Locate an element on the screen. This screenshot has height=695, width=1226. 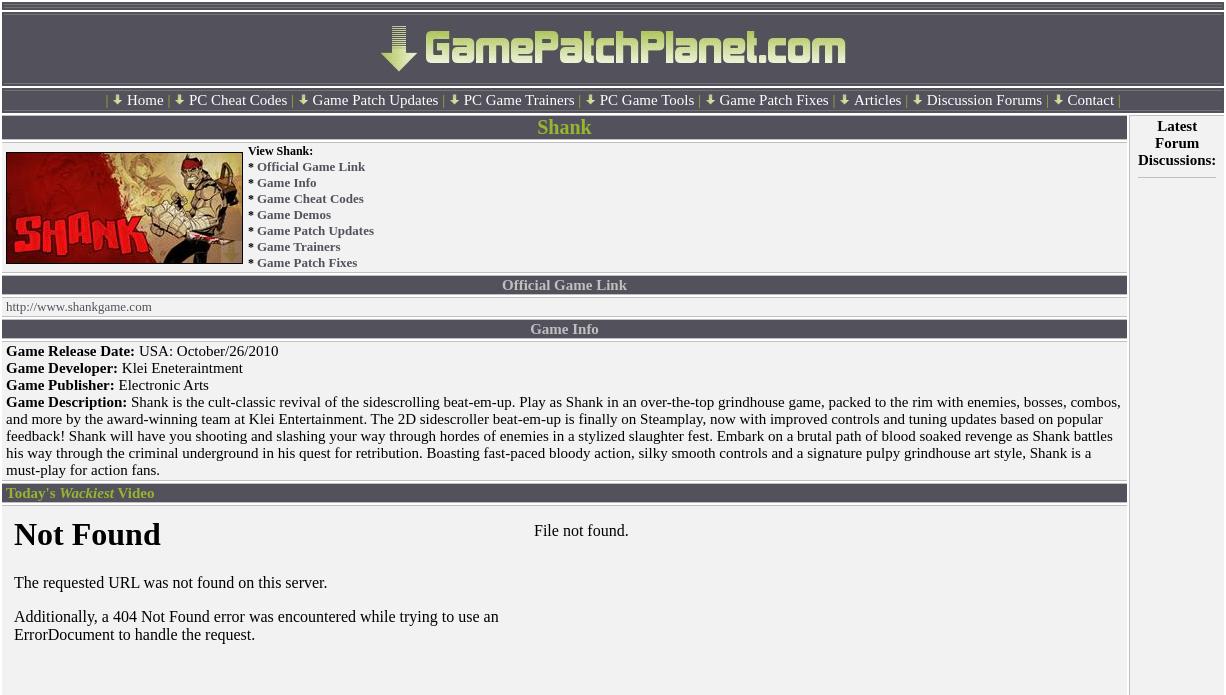
'Discussion
        Forums' is located at coordinates (924, 99).